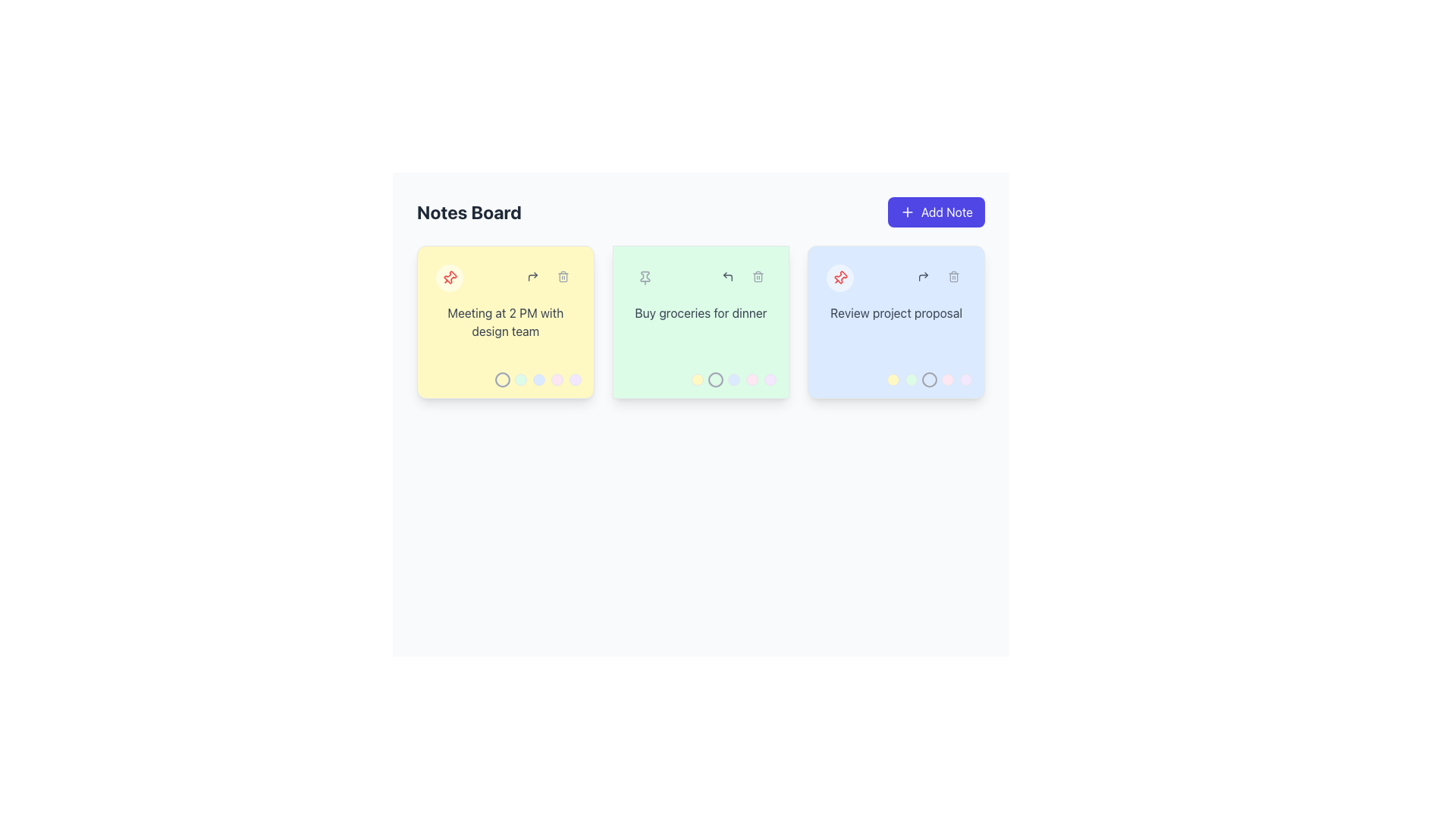  I want to click on the trash can icon button in the top-right corner of the 'Review project proposal' card, so click(952, 277).